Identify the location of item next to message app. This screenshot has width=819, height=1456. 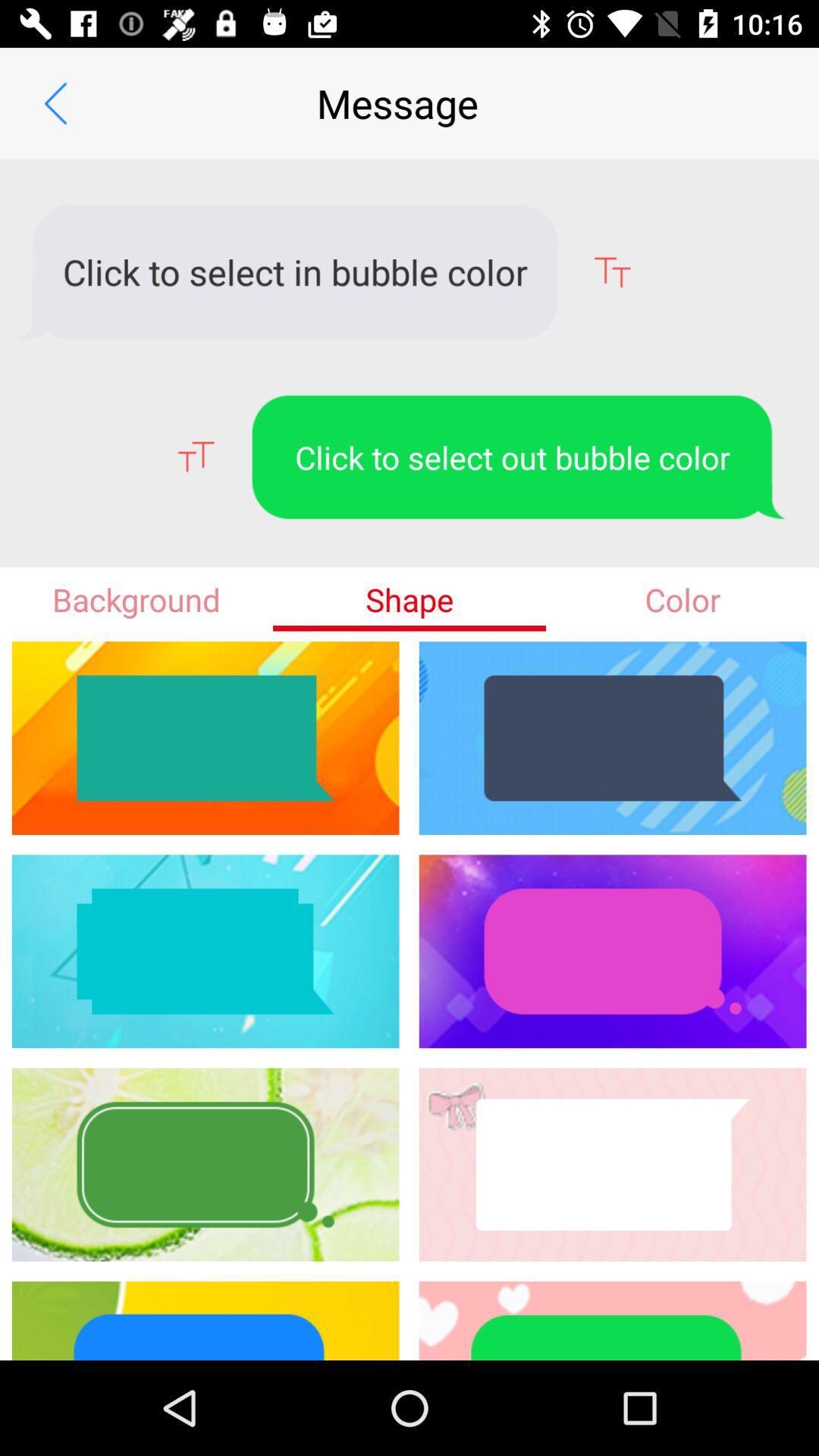
(55, 102).